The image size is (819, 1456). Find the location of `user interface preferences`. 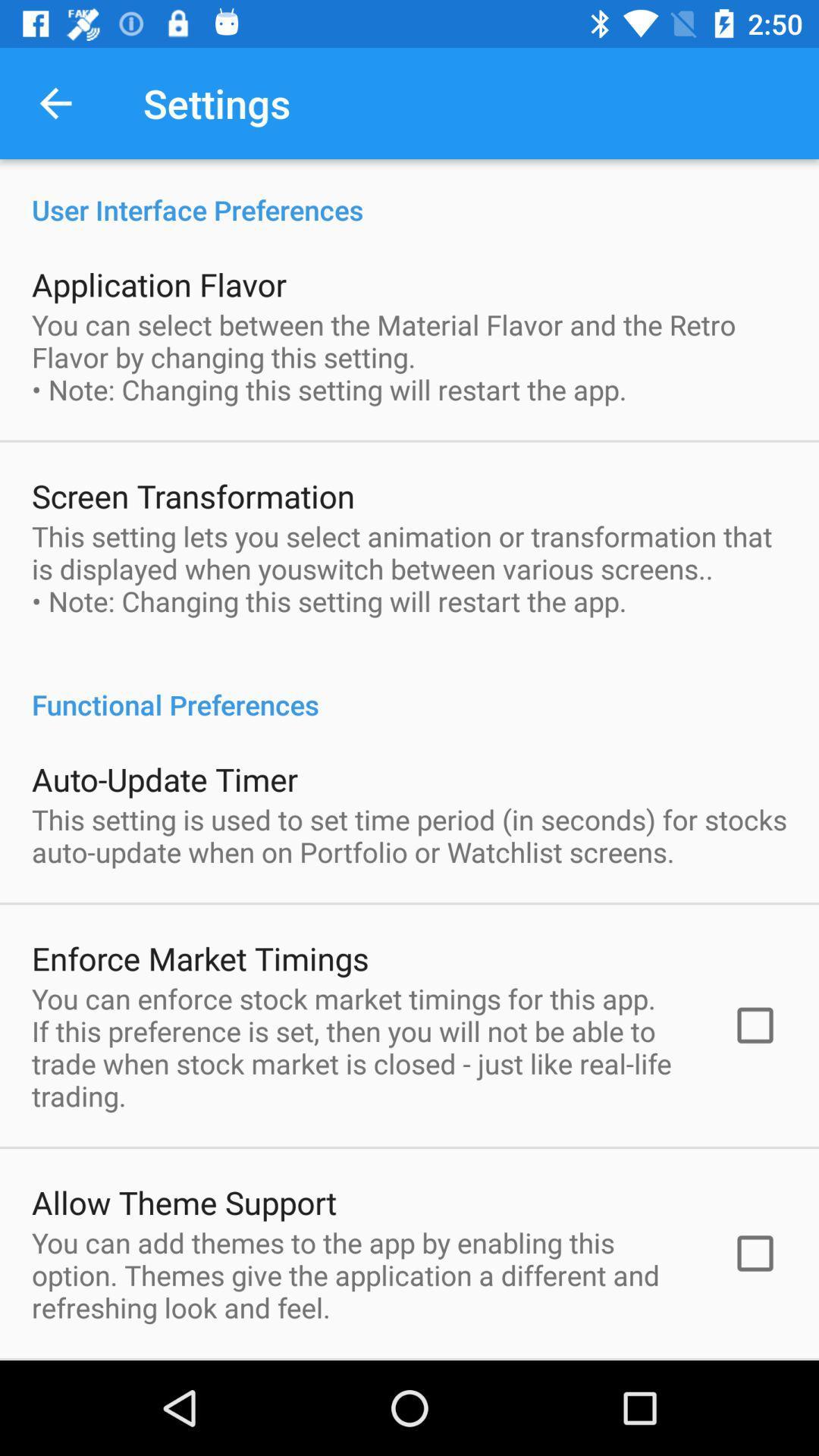

user interface preferences is located at coordinates (409, 193).